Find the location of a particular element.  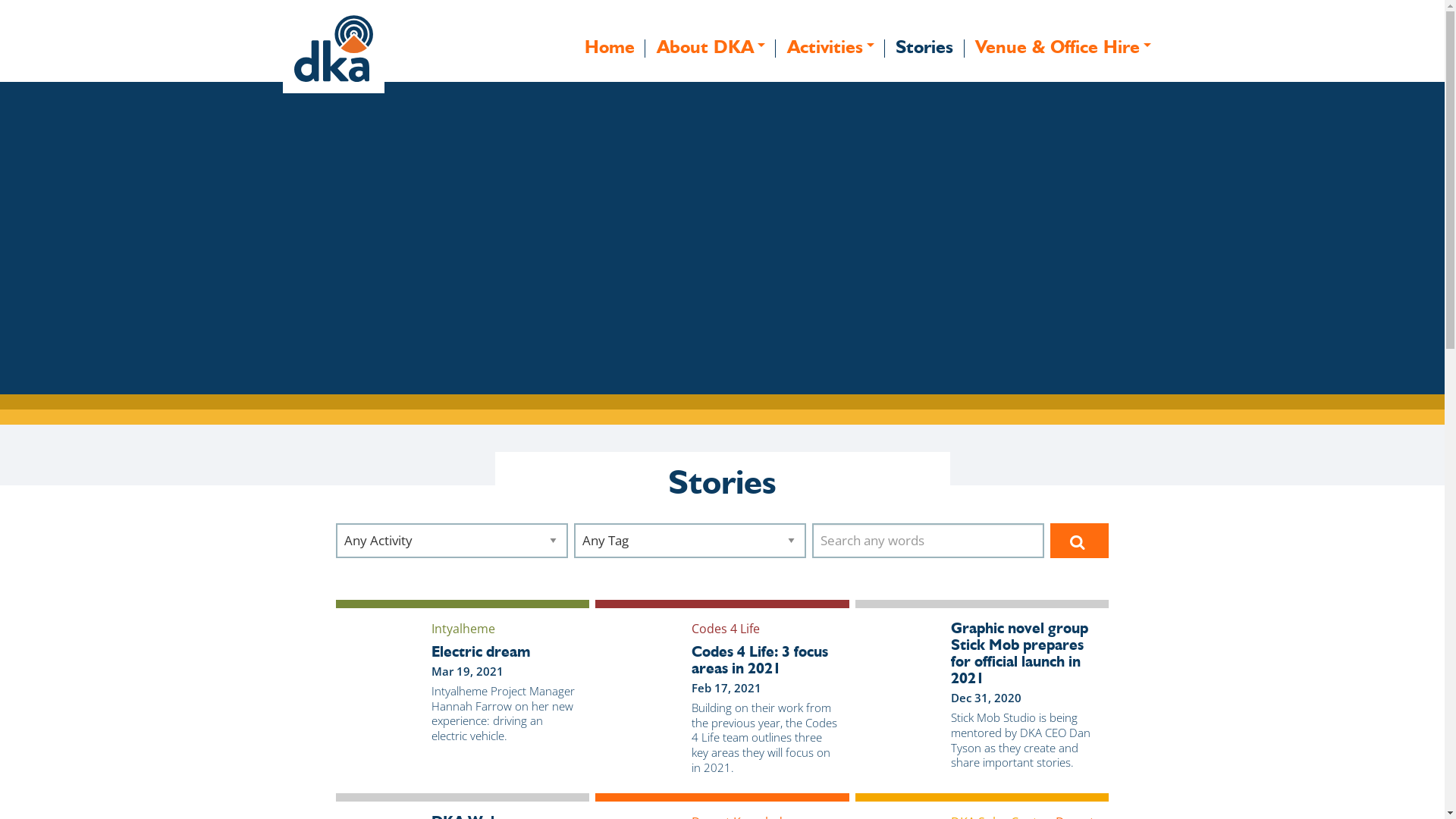

'About DKA' is located at coordinates (709, 46).